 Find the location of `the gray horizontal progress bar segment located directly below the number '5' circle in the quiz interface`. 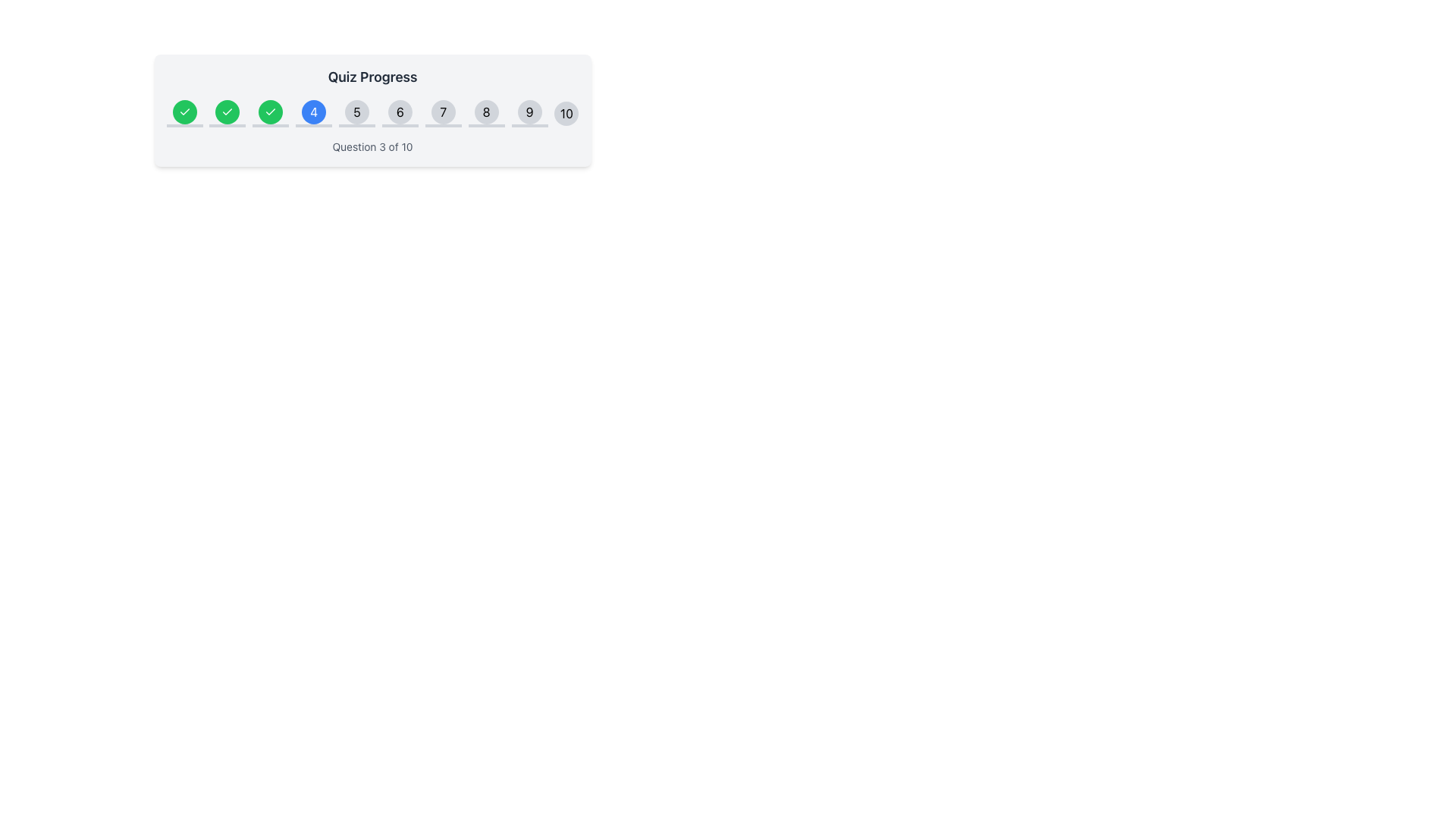

the gray horizontal progress bar segment located directly below the number '5' circle in the quiz interface is located at coordinates (356, 124).